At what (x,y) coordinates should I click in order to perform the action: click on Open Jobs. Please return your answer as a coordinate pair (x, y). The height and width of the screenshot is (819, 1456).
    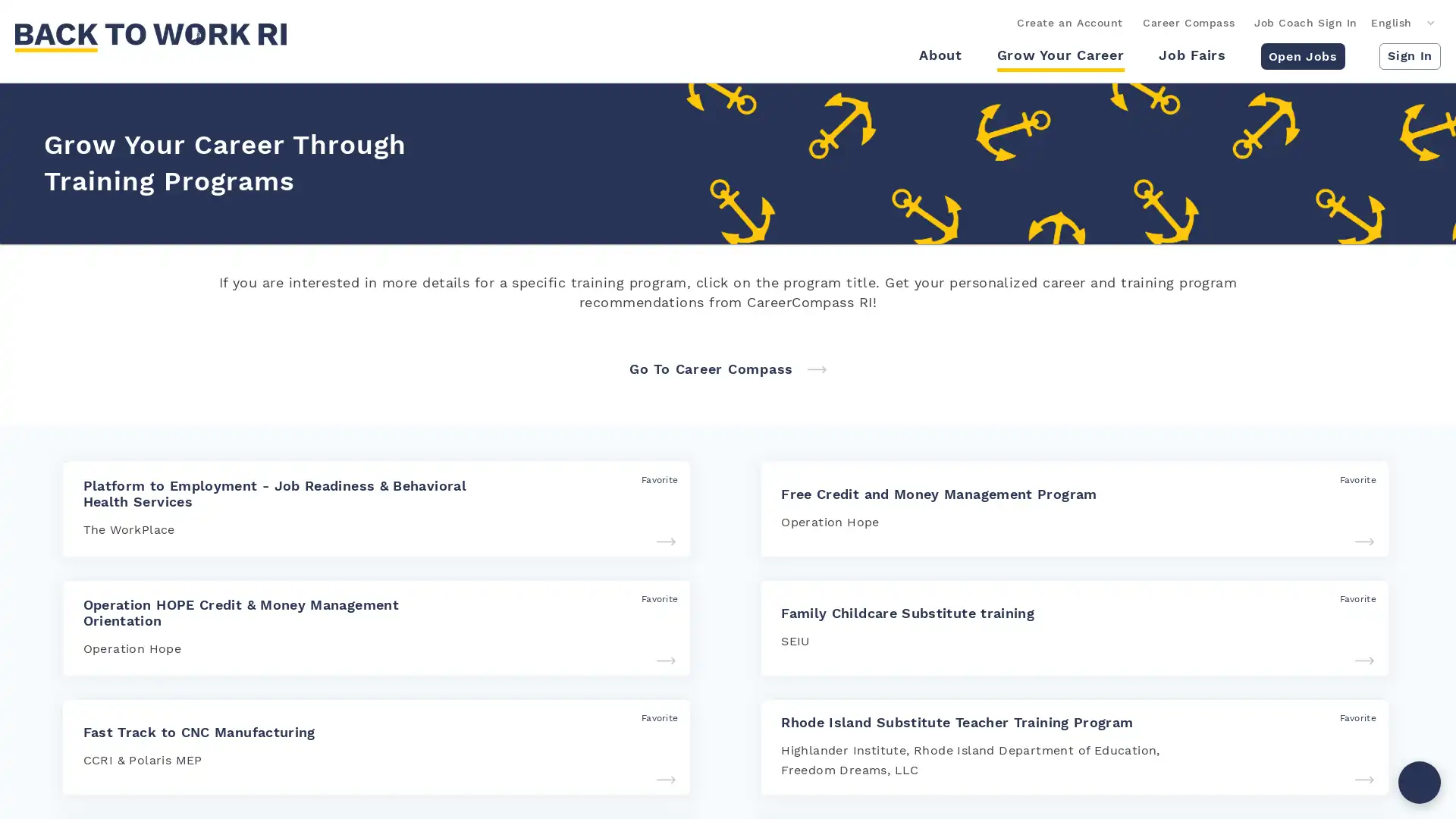
    Looking at the image, I should click on (1301, 55).